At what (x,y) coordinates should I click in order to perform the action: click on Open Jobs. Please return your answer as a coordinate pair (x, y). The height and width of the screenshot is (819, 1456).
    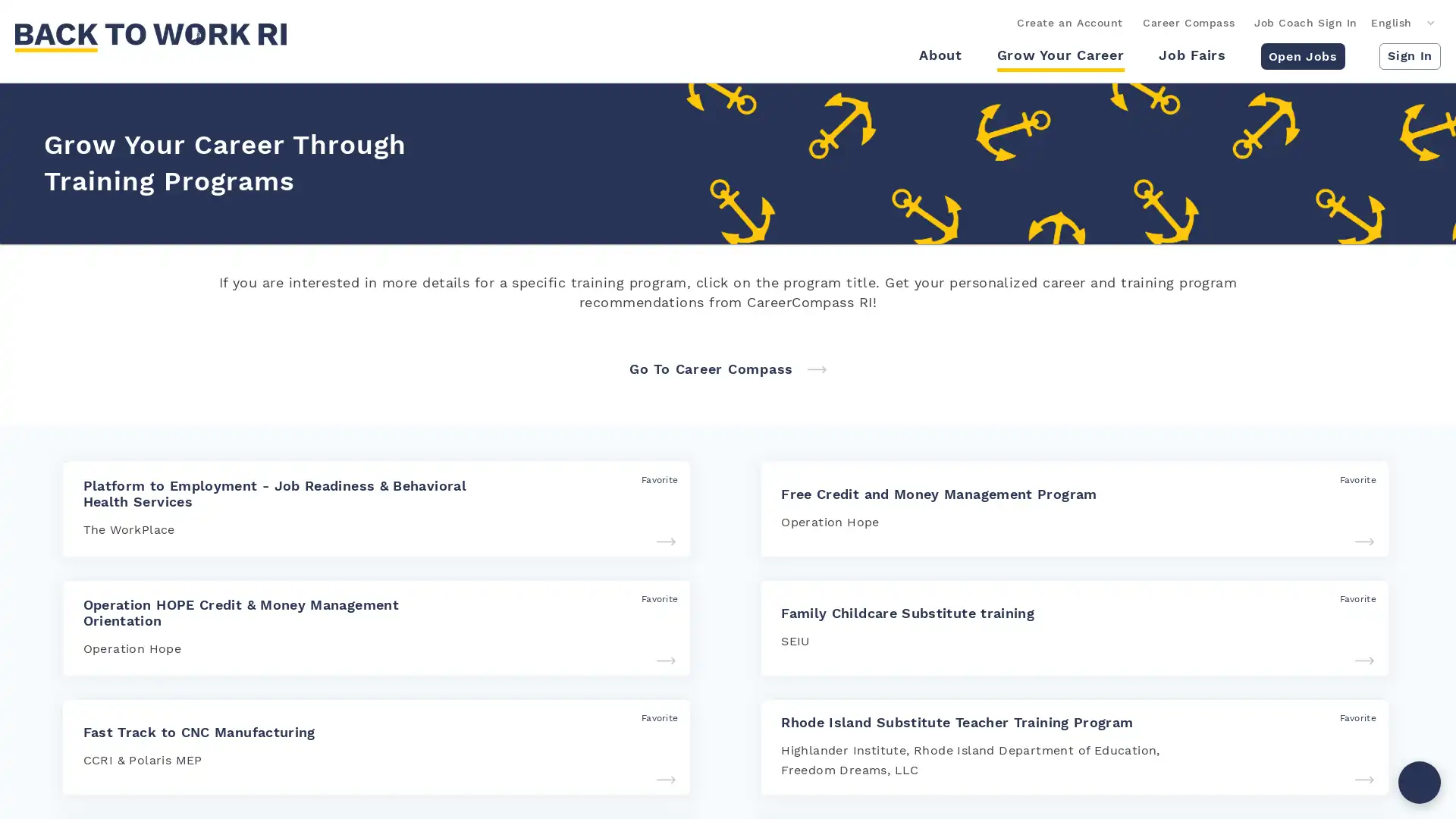
    Looking at the image, I should click on (1301, 55).